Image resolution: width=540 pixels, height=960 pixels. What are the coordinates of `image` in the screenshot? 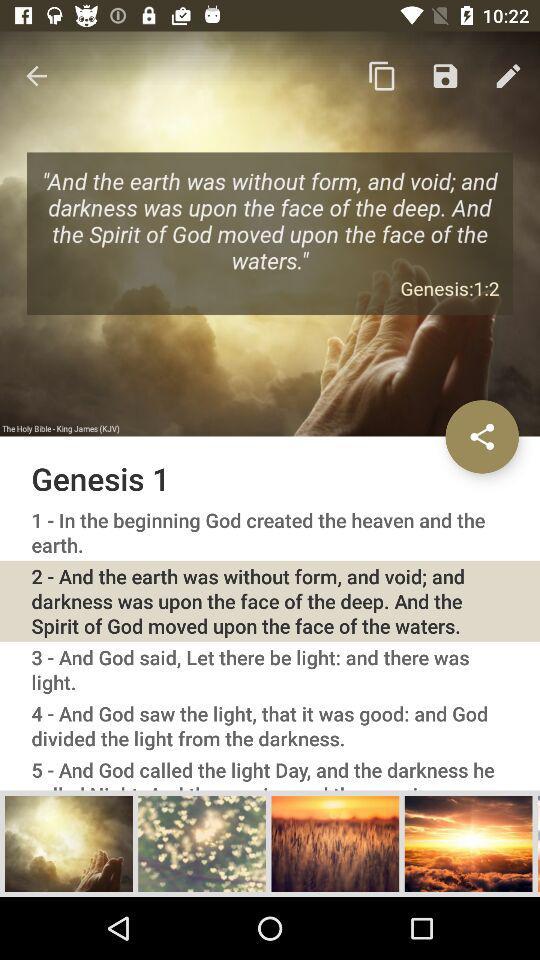 It's located at (468, 842).